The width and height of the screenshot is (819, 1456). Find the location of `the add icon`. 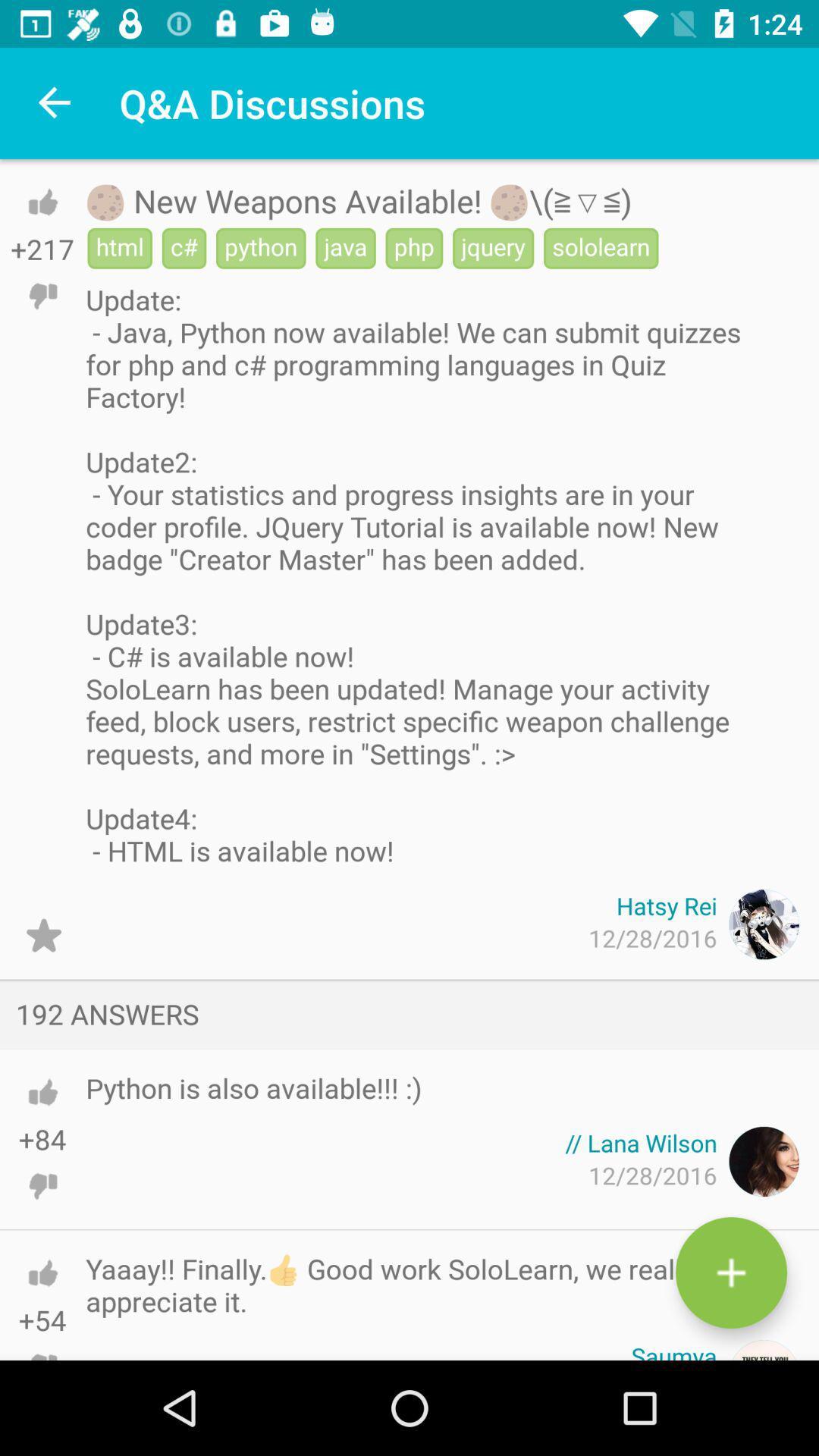

the add icon is located at coordinates (730, 1272).